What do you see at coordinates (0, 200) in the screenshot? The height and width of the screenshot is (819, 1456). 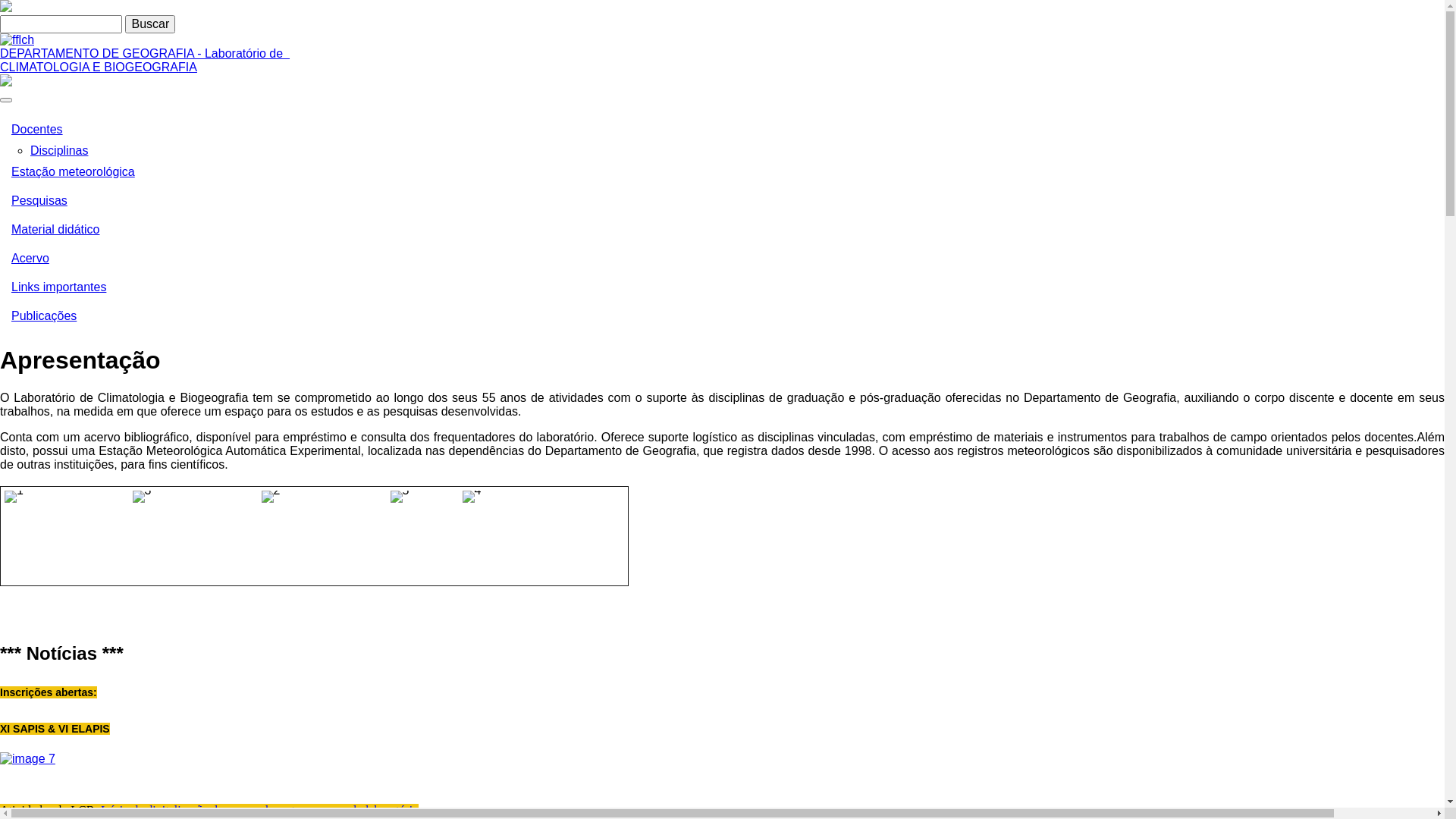 I see `'Pesquisas'` at bounding box center [0, 200].